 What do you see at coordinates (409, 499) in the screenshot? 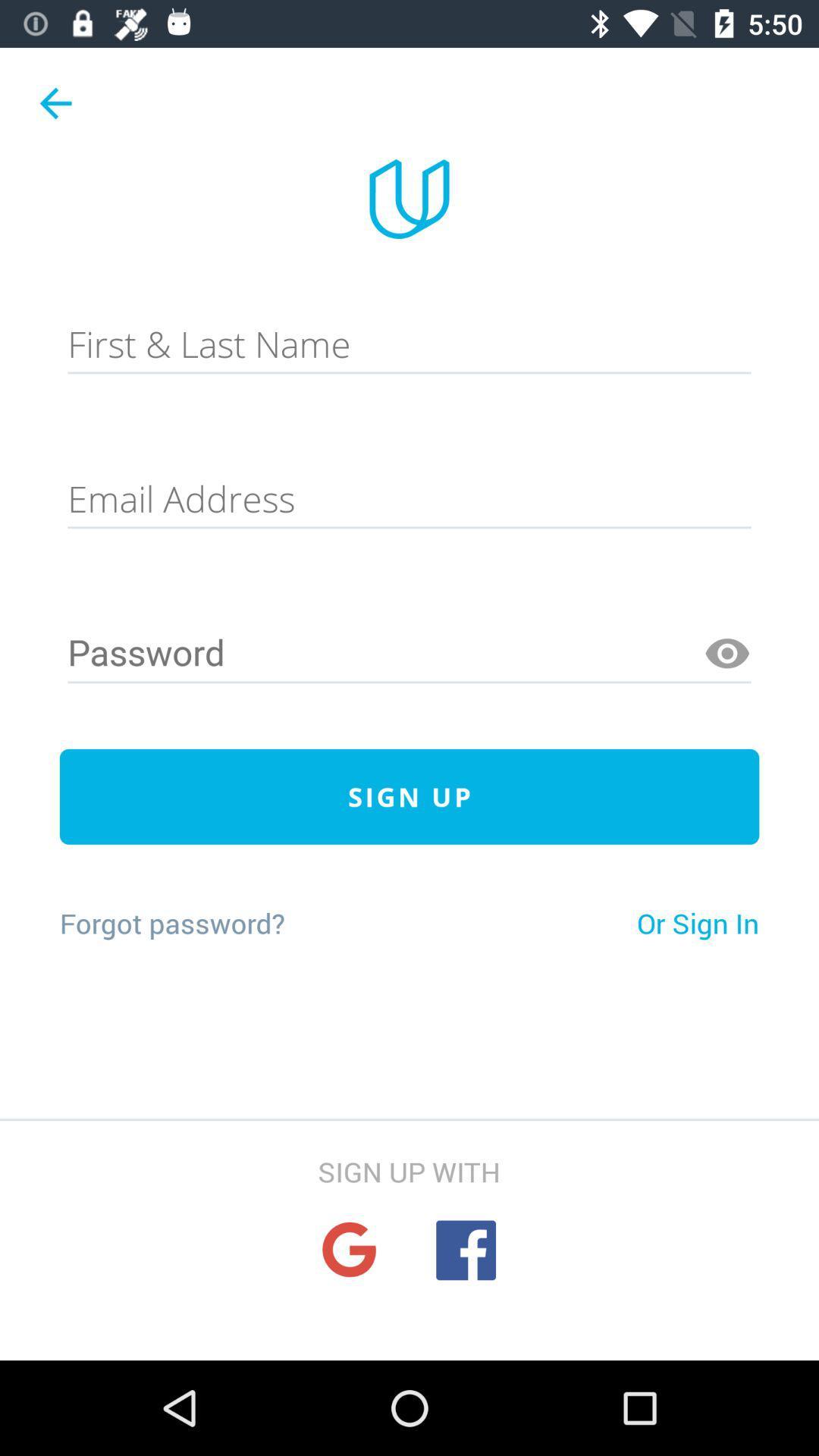
I see `email address` at bounding box center [409, 499].